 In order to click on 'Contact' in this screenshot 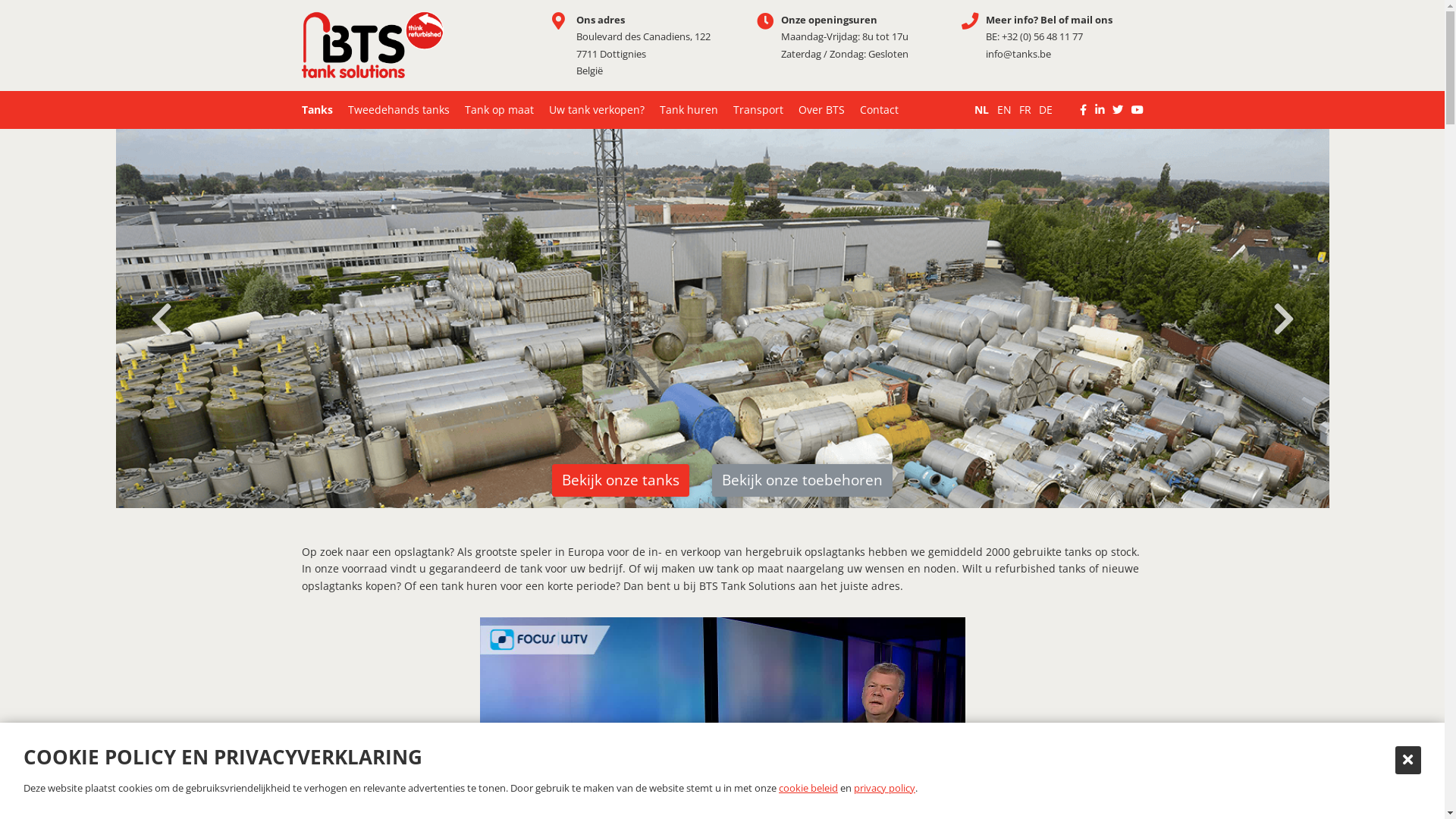, I will do `click(879, 109)`.